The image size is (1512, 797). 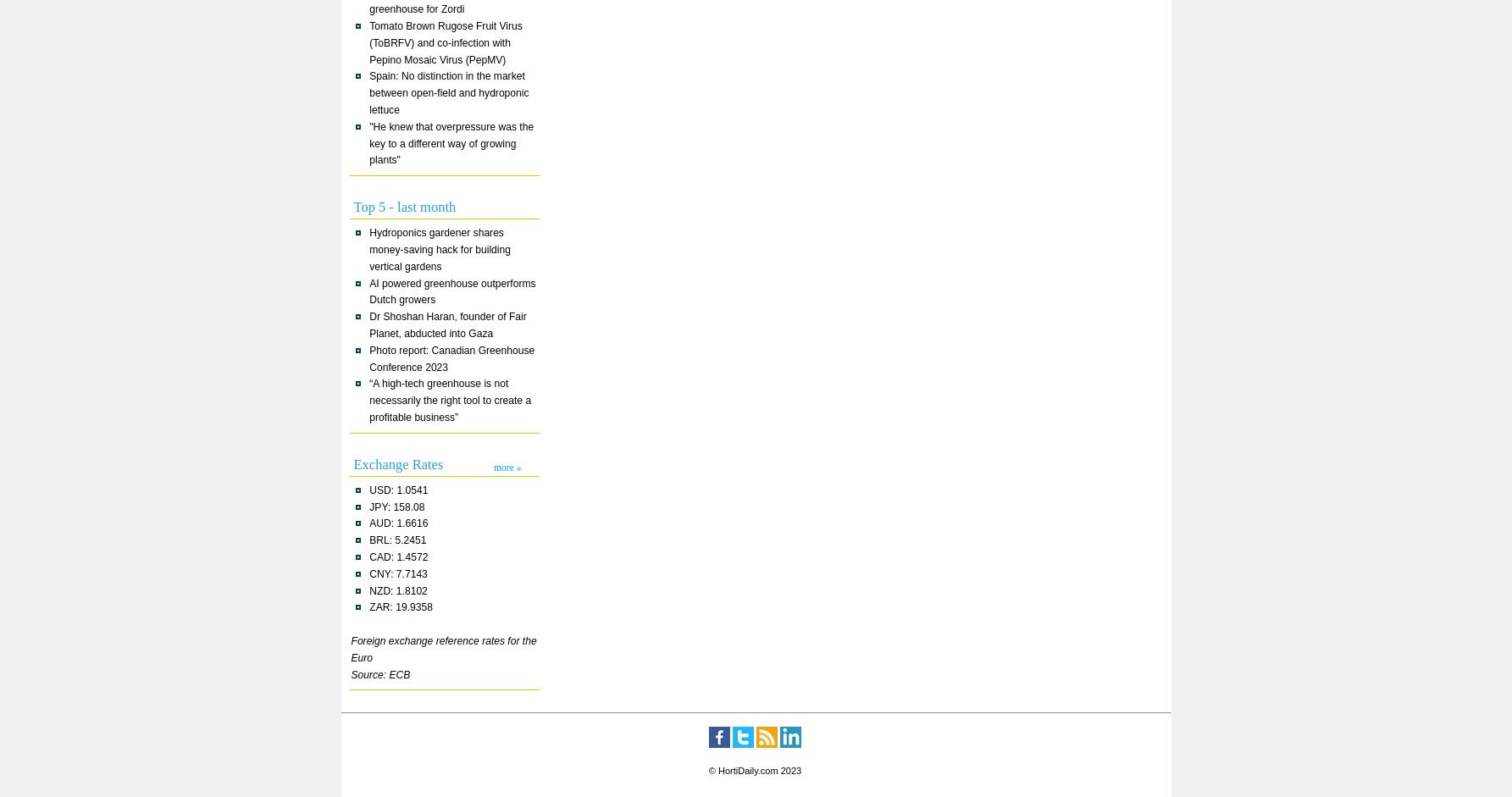 I want to click on 'Spain: No distinction in the market between open-field and hydroponic lettuce', so click(x=448, y=93).